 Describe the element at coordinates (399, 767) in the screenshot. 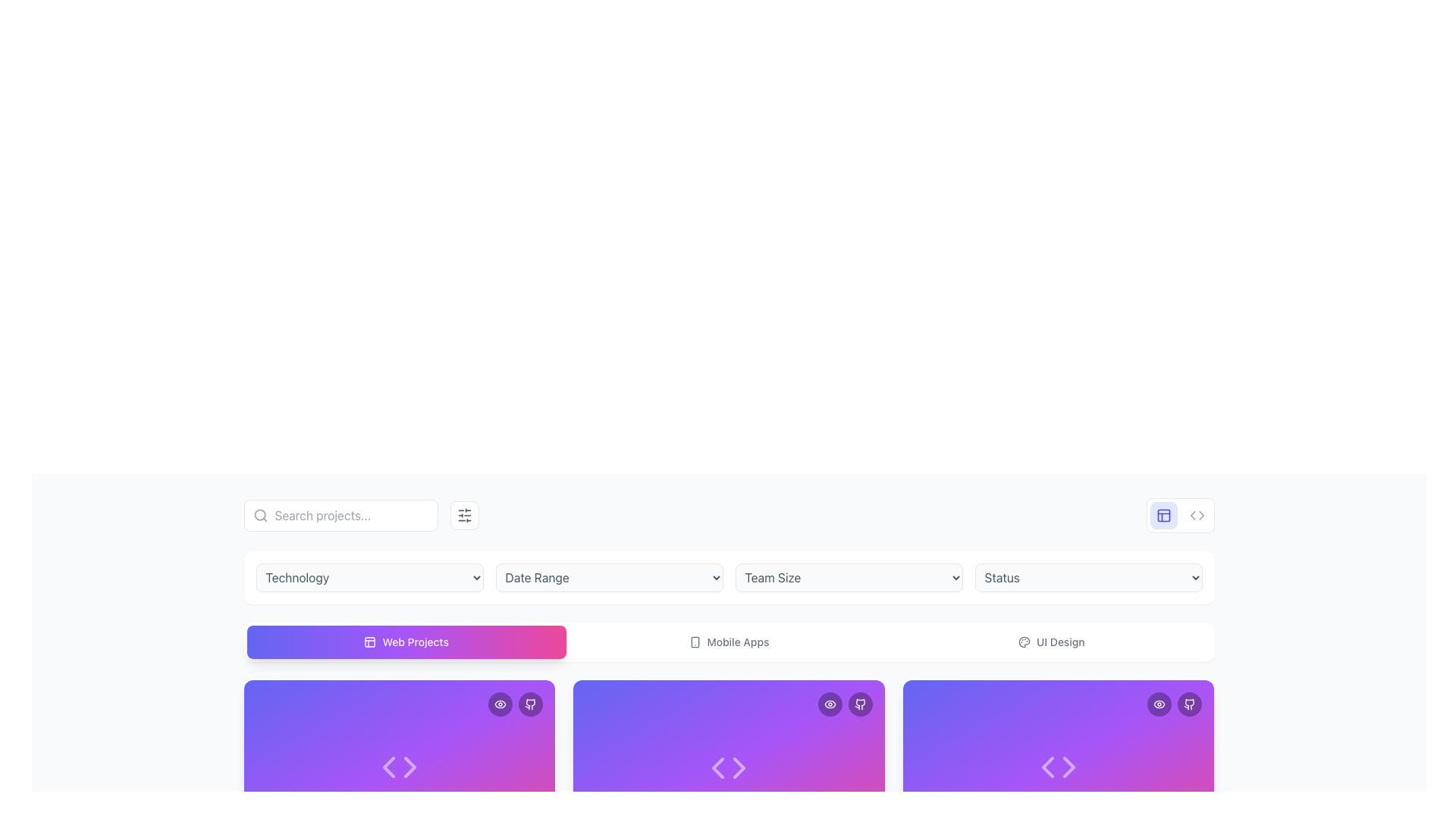

I see `the HTML code icon, which consists of two triangular shapes oriented towards each other, located in the first card of the 'Web Projects' section` at that location.